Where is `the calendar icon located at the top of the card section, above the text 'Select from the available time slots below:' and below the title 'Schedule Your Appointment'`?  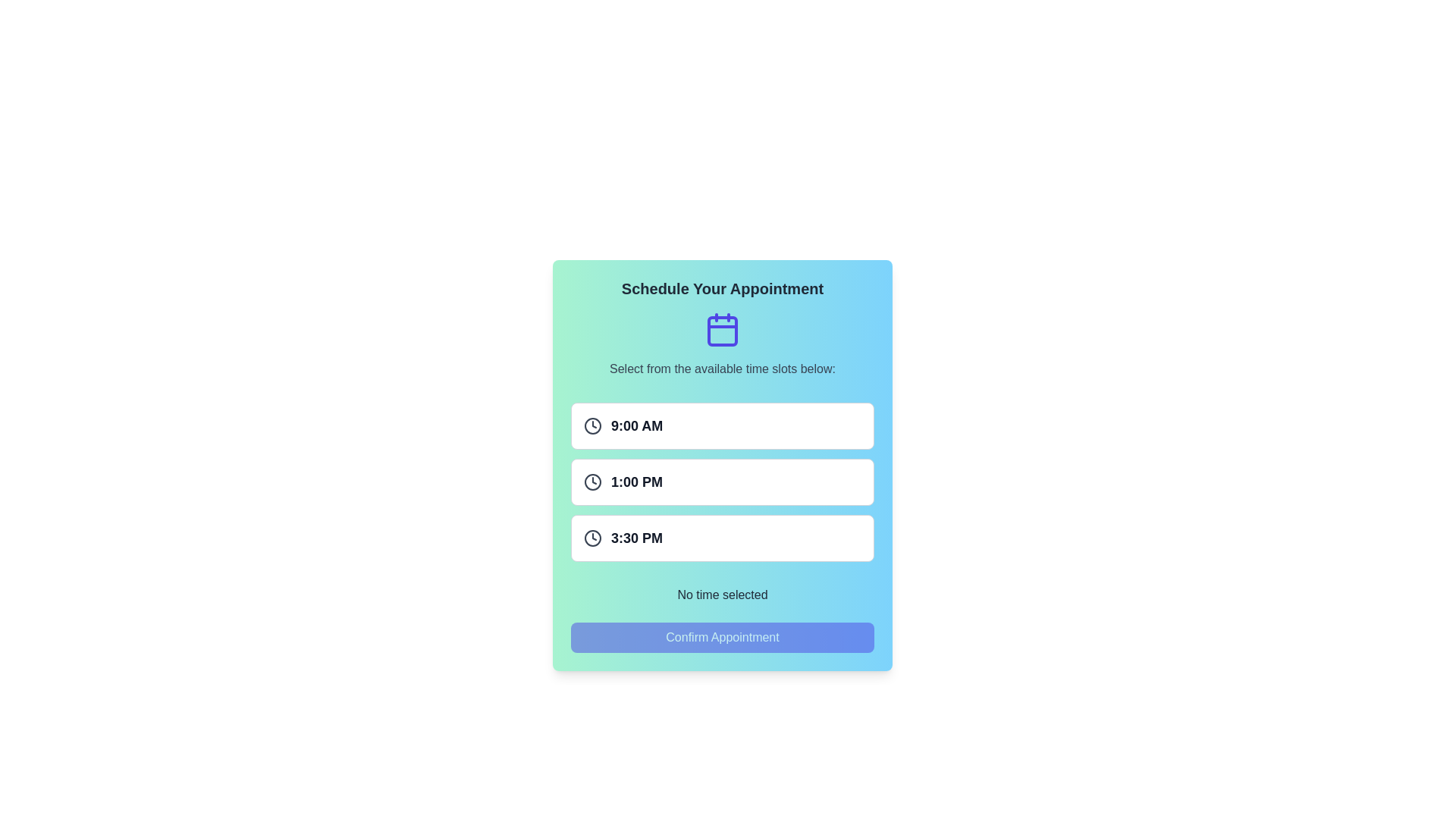
the calendar icon located at the top of the card section, above the text 'Select from the available time slots below:' and below the title 'Schedule Your Appointment' is located at coordinates (722, 329).